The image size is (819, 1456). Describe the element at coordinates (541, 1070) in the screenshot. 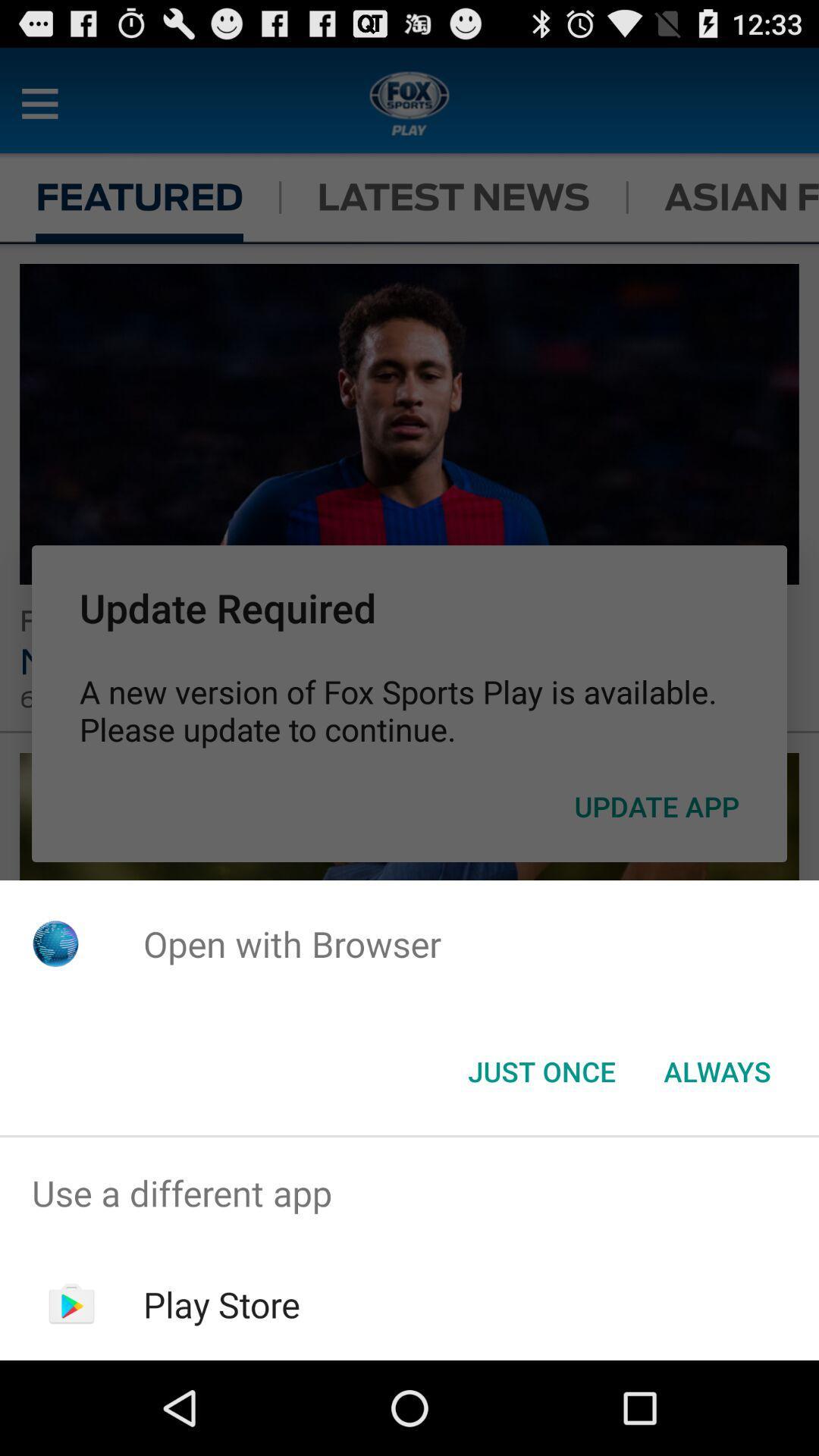

I see `the item below open with browser` at that location.